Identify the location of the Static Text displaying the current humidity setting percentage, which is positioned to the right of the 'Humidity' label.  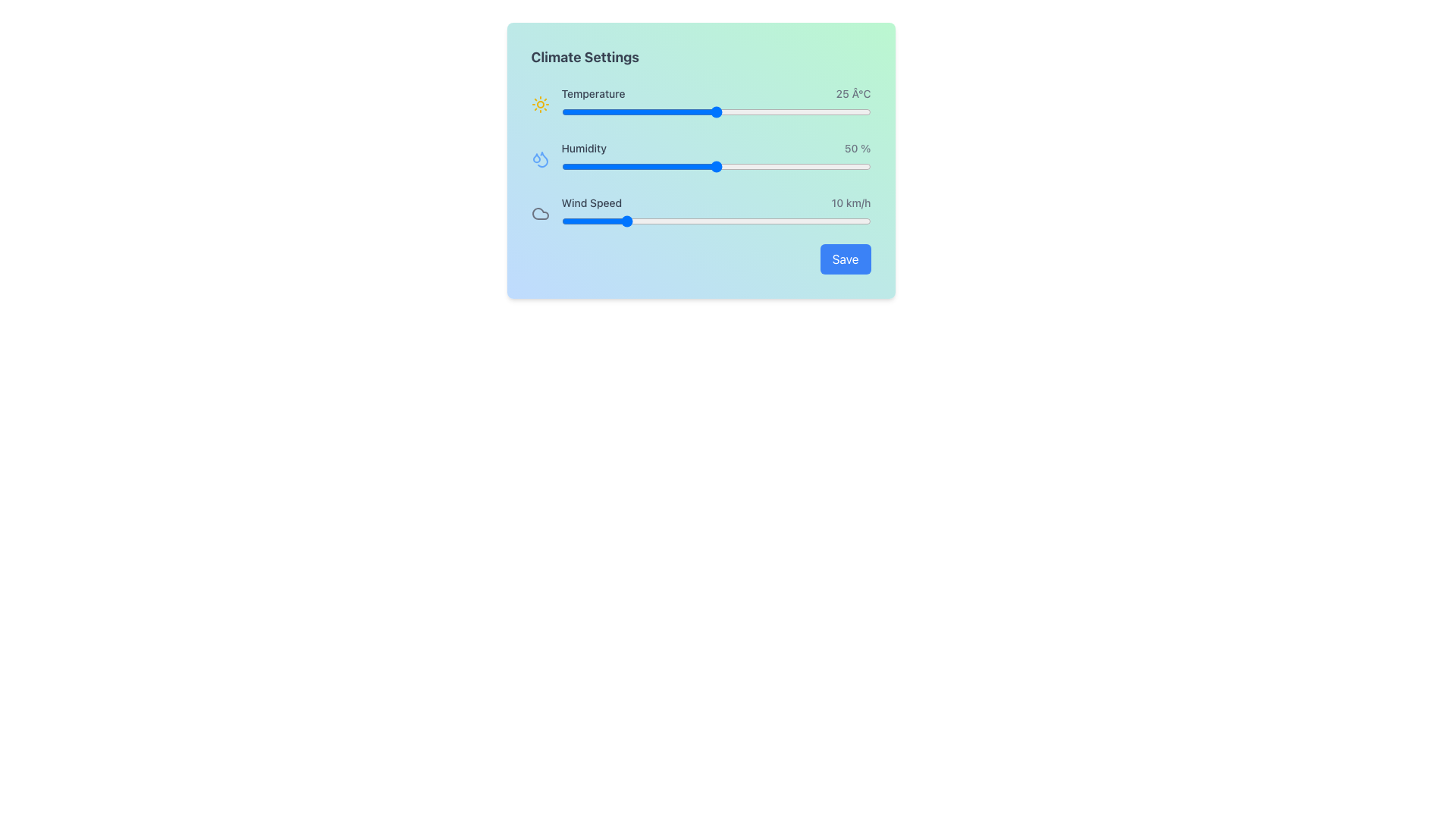
(858, 149).